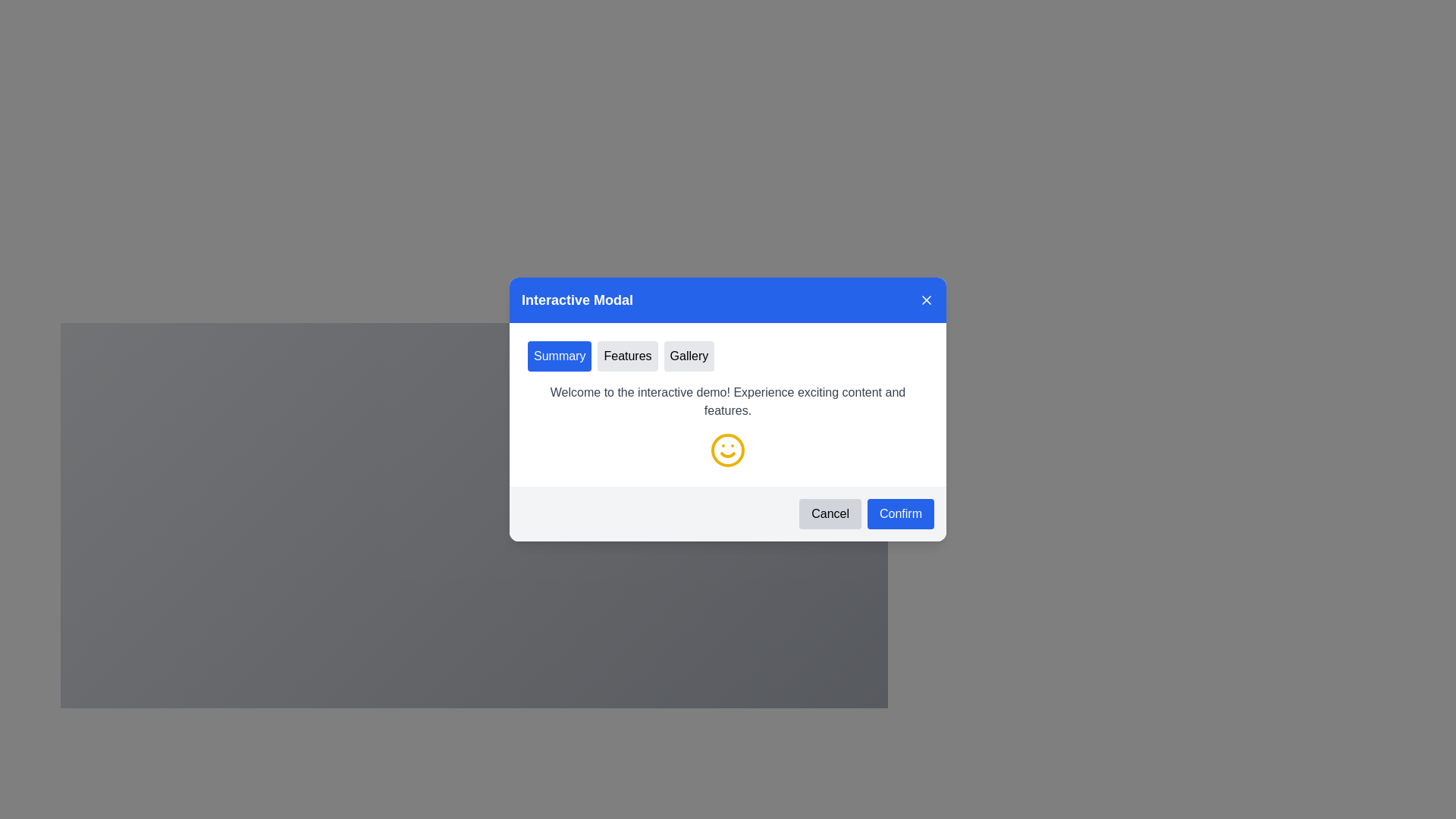  I want to click on text that says 'Welcome to the interactive demo! Experience exciting content and features.' which is styled in gray and located centrally in a modal dialog, below the navigation tabs and above a graphical smiley face icon, so click(728, 400).